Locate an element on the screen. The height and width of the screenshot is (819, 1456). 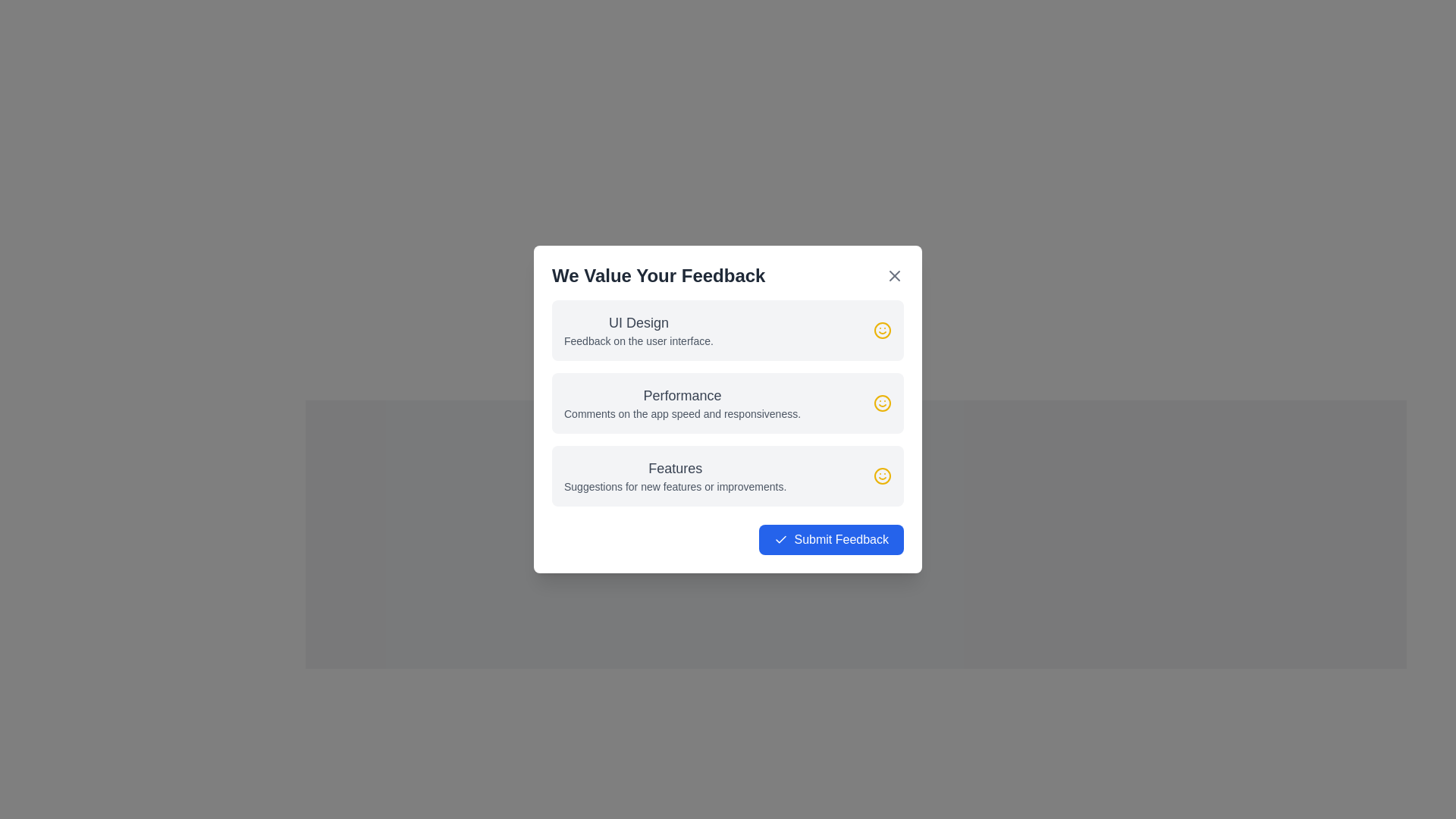
the positivity icon located in the bottom section of the feedback modal, specifically associated with the 'Features' feedback category, which is the third item in the vertical list of similar sections is located at coordinates (882, 475).